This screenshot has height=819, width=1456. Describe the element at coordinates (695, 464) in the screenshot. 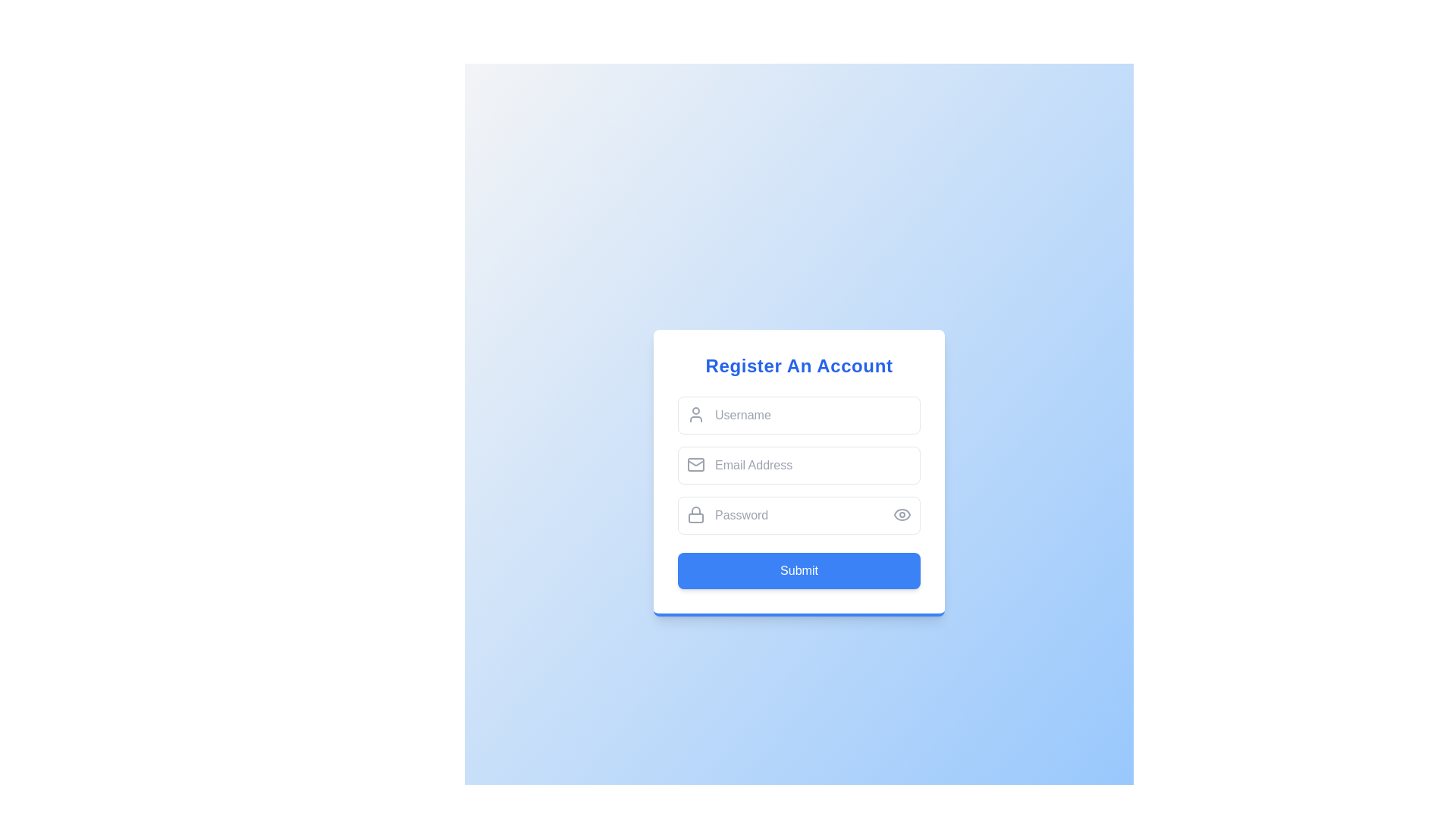

I see `the SVG graphic component that resembles an envelope, which is part of the mail icon displayed next to the 'Email Address' input field in the 'Register An Account' form` at that location.